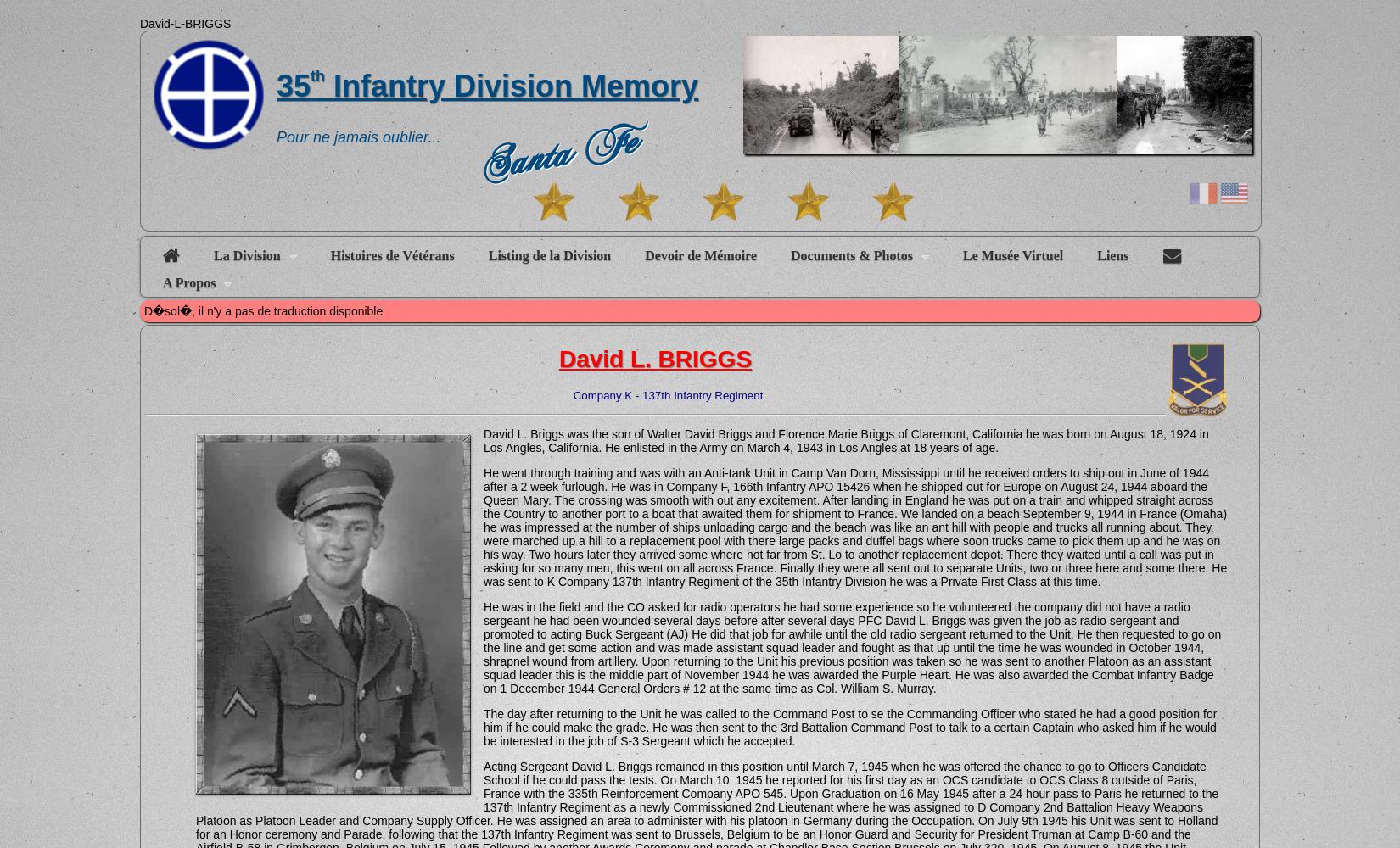 The height and width of the screenshot is (848, 1400). What do you see at coordinates (845, 440) in the screenshot?
I see `'David L. Briggs was the son of Walter David Briggs and Florence Marie Briggs of Claremont, California he was born on August 18, 1924 in Los Angles, California. He enlisted in the Army on March 4, 1943 in Los Angles at 18 years of age.'` at bounding box center [845, 440].